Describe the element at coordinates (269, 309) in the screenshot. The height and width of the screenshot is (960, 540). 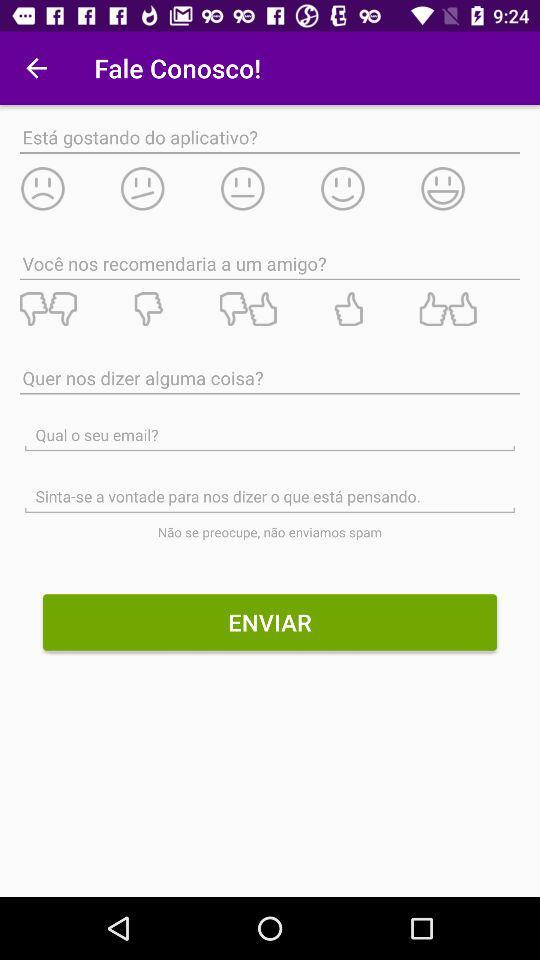
I see `positive or negative opinion` at that location.